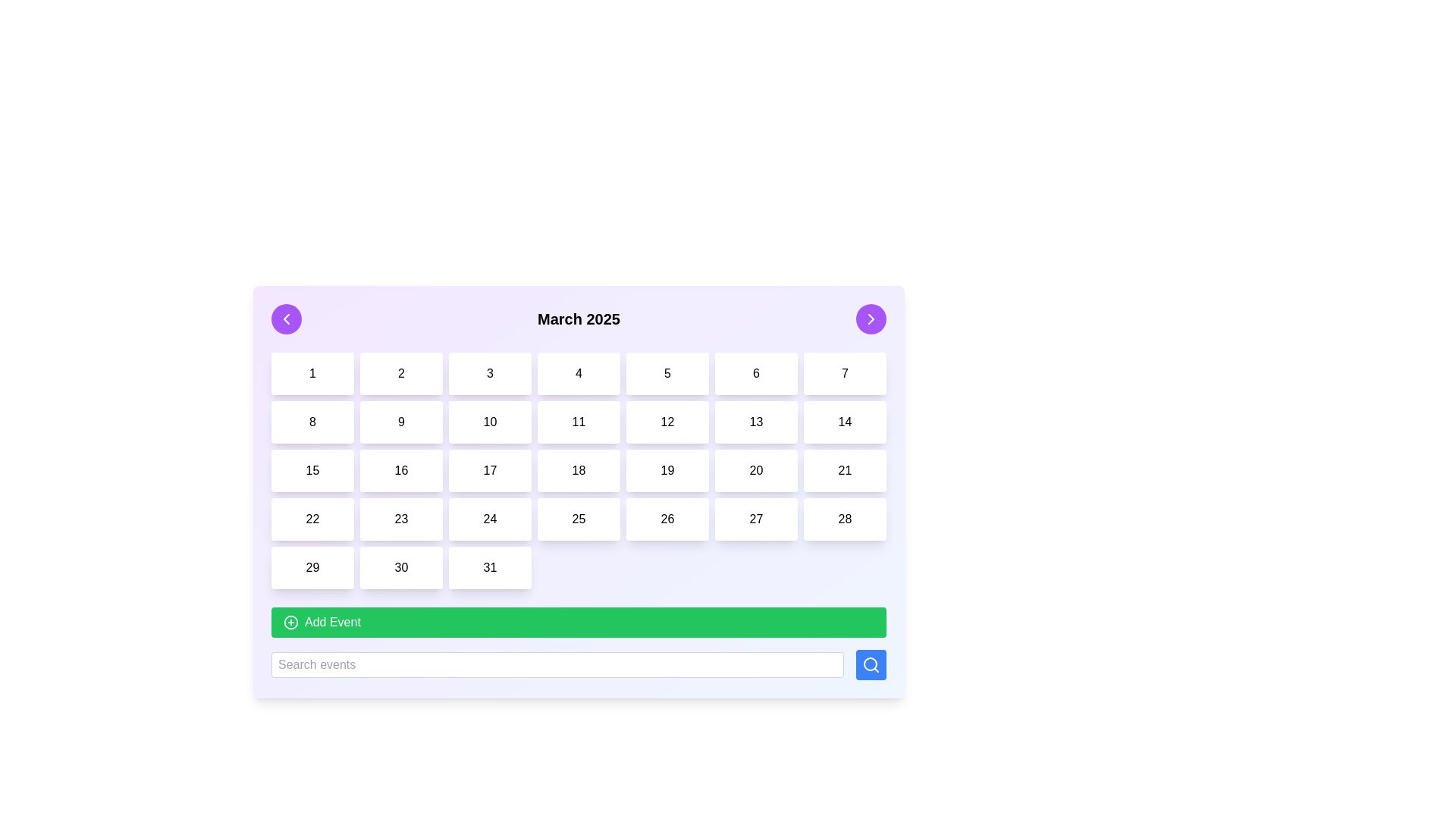  I want to click on the circular '+' button with a green background located to the left of the 'Add Event' label, so click(291, 623).